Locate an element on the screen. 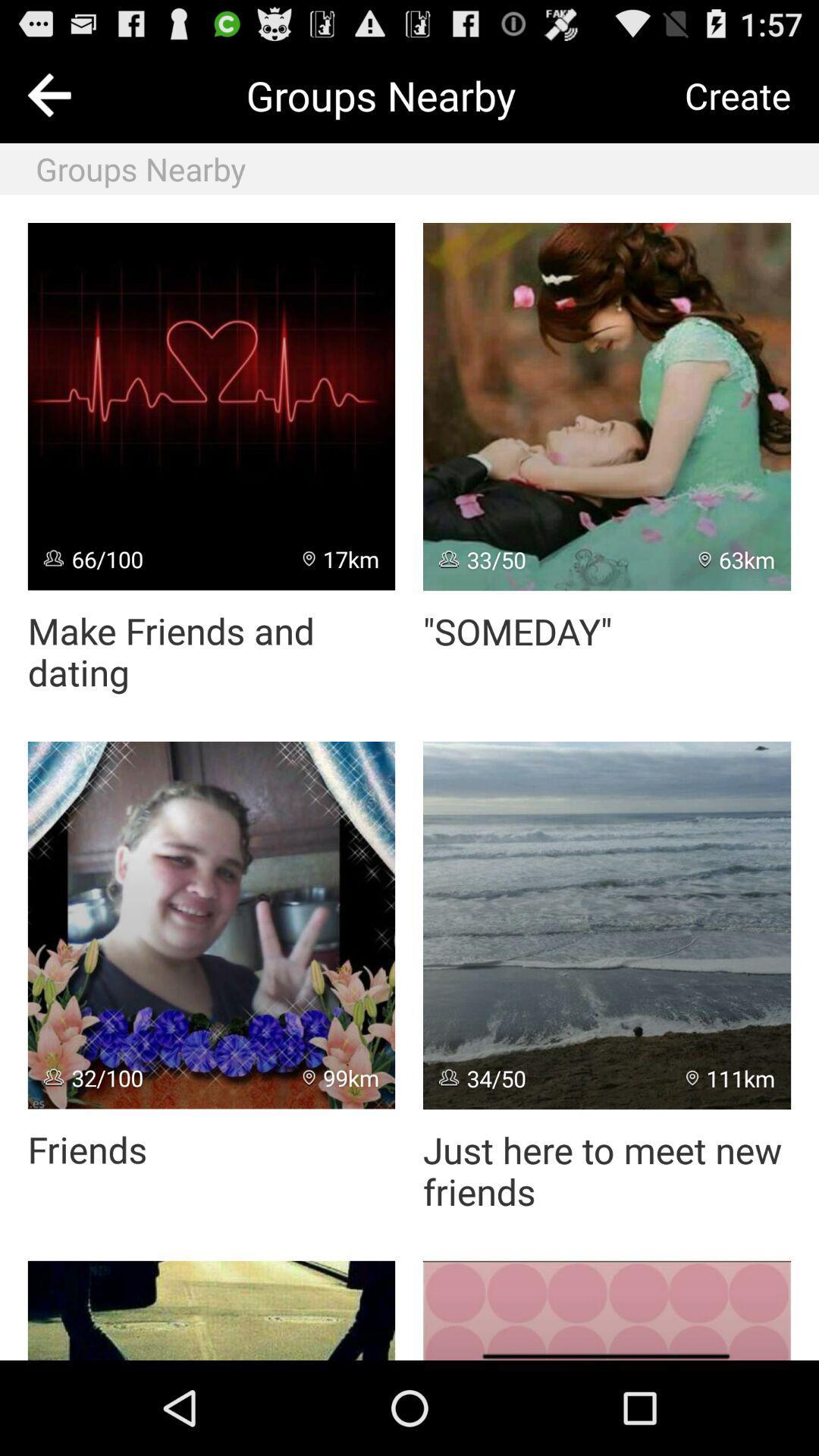 Image resolution: width=819 pixels, height=1456 pixels. the arrow_backward icon is located at coordinates (52, 101).